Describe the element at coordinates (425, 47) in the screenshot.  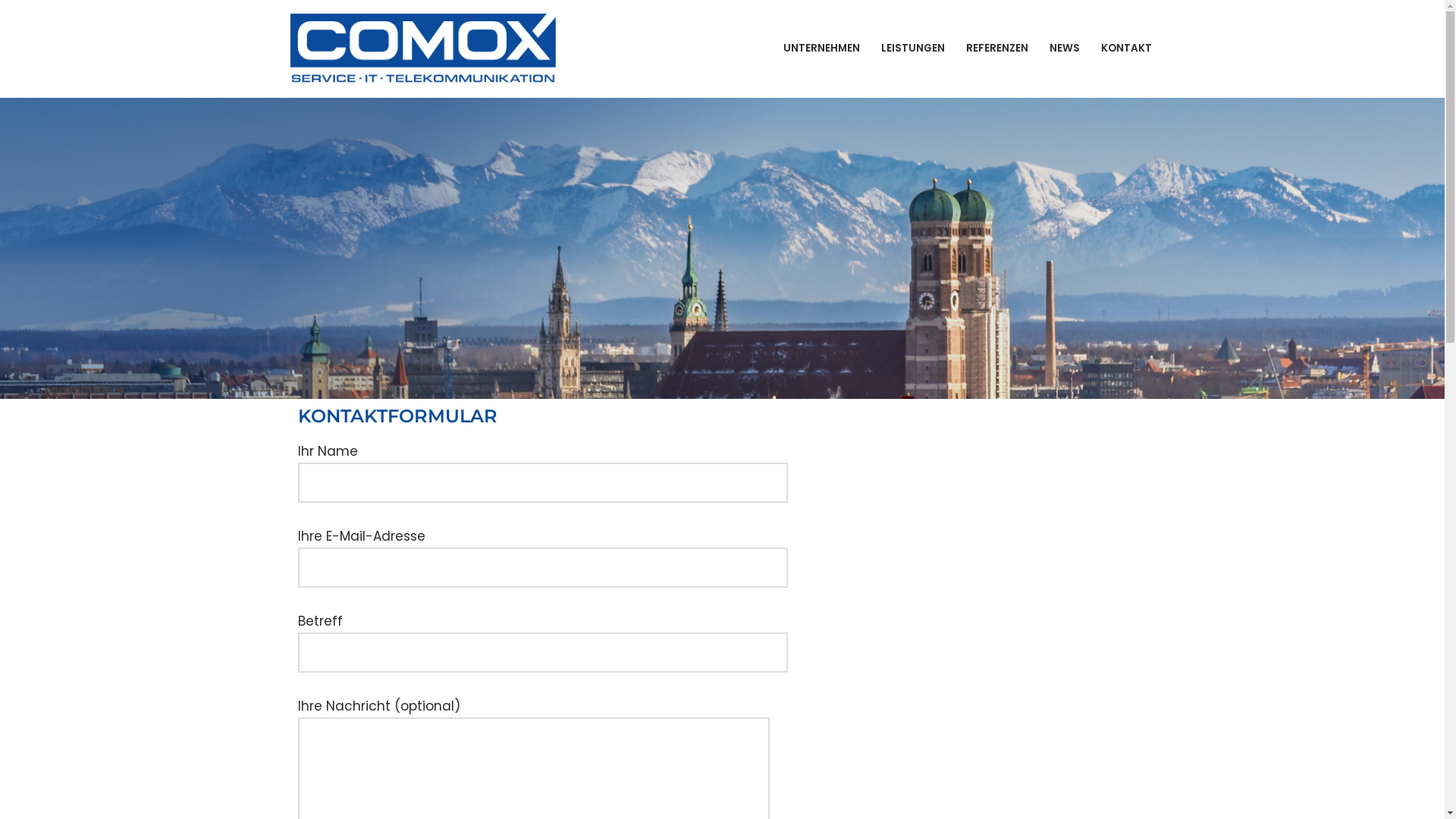
I see `'Comox Business GmbH & Co KG'` at that location.